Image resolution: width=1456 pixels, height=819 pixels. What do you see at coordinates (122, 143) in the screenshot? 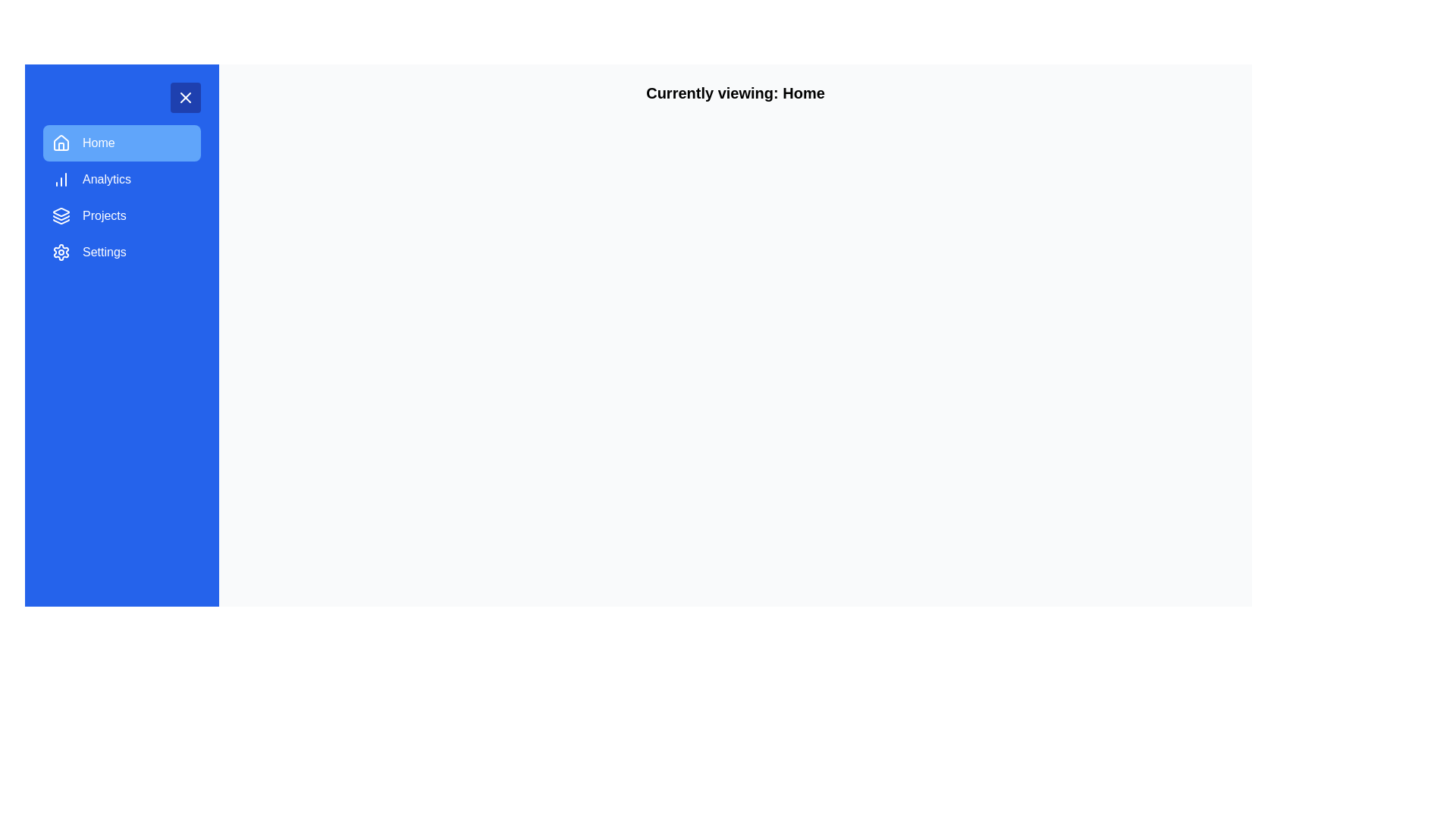
I see `the 'Home' navigation button located in the left sidebar, which is the first button in a vertical list above 'Analytics', 'Projects', and 'Settings'` at bounding box center [122, 143].